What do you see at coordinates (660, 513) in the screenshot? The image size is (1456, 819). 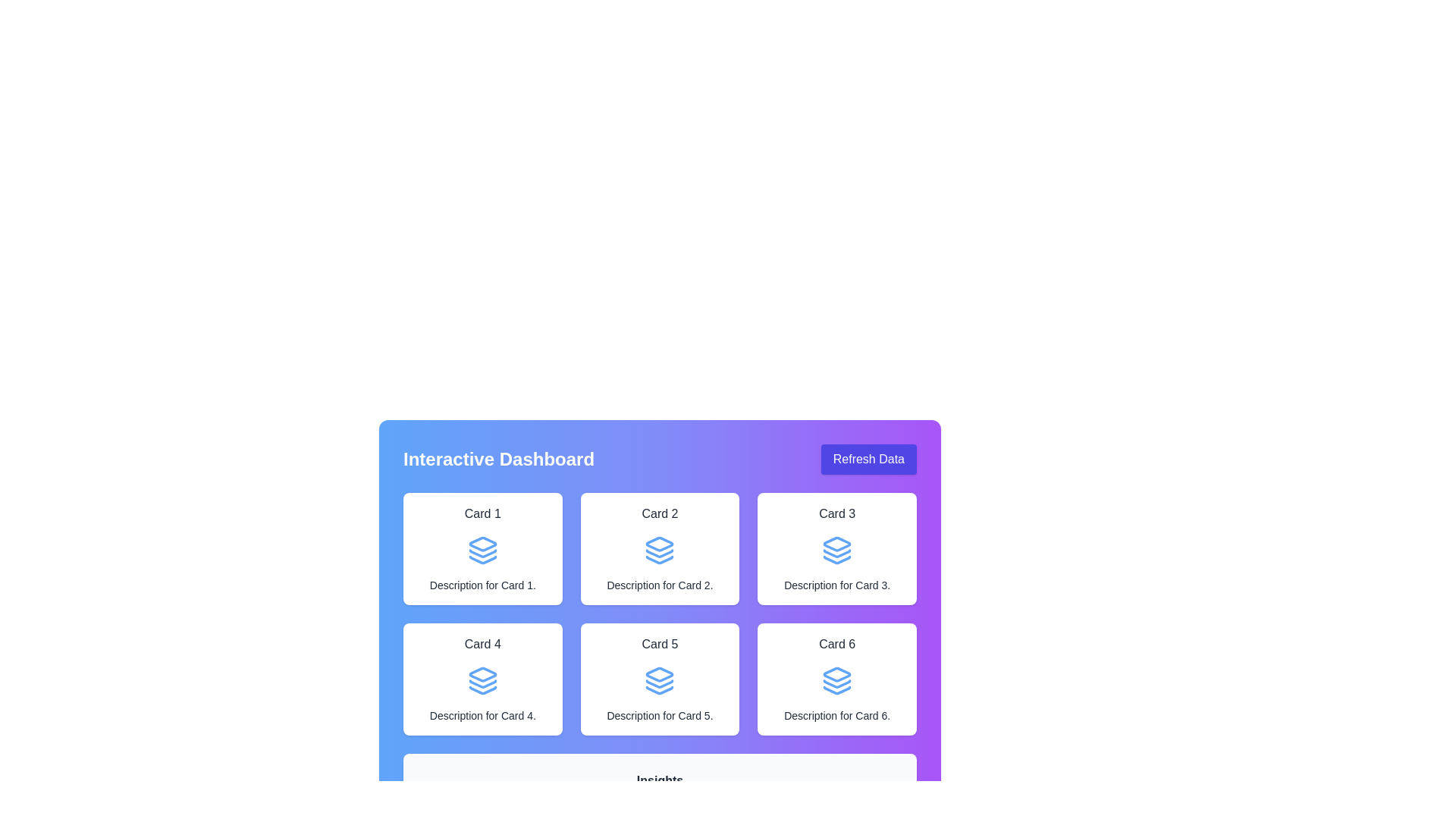 I see `the Text label displaying 'Card 2', which is styled with the 'font-medium mb-4' class and positioned at the top of the card identified as 'Card 2'` at bounding box center [660, 513].